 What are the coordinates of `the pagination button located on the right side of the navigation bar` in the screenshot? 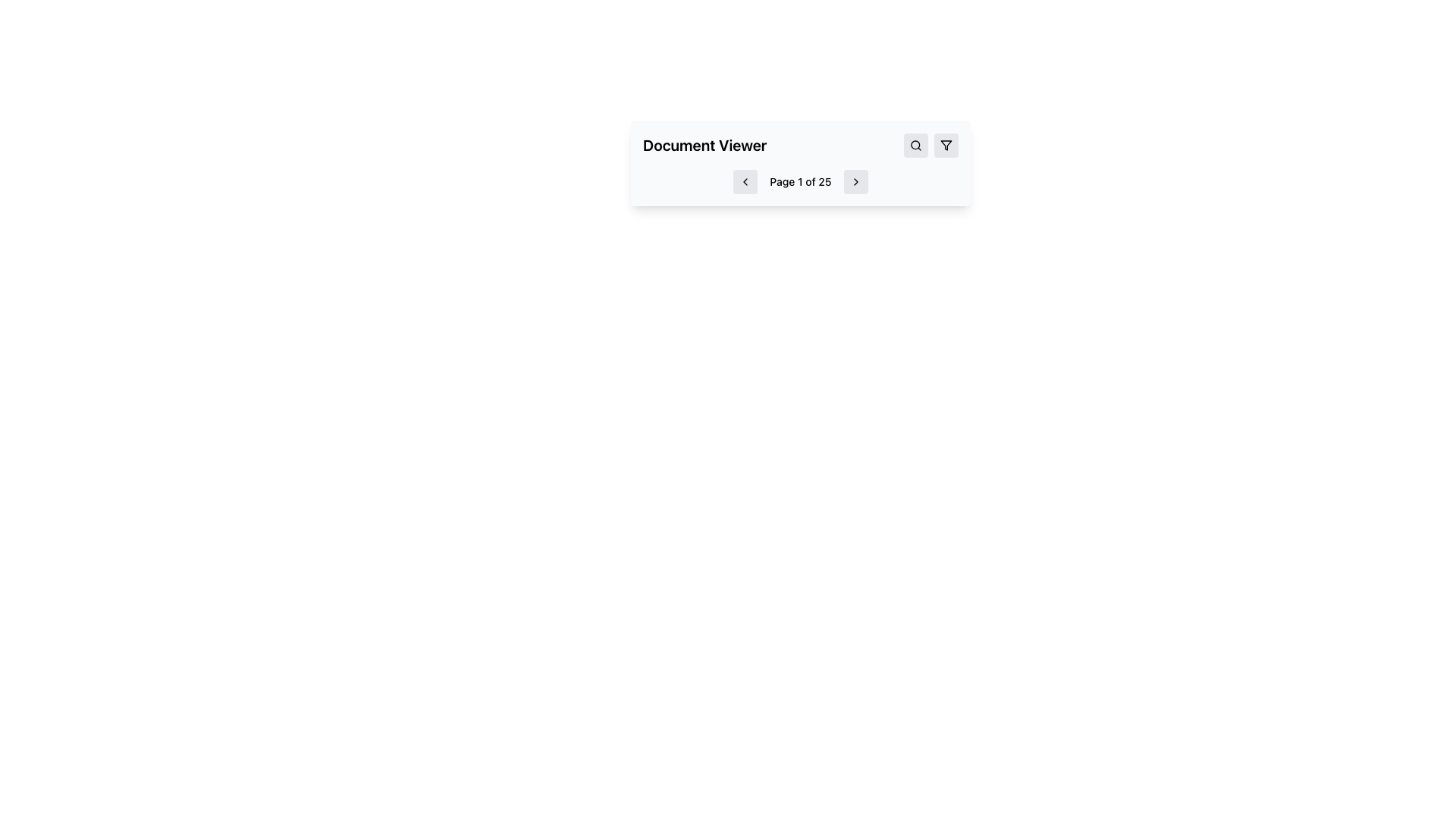 It's located at (855, 180).